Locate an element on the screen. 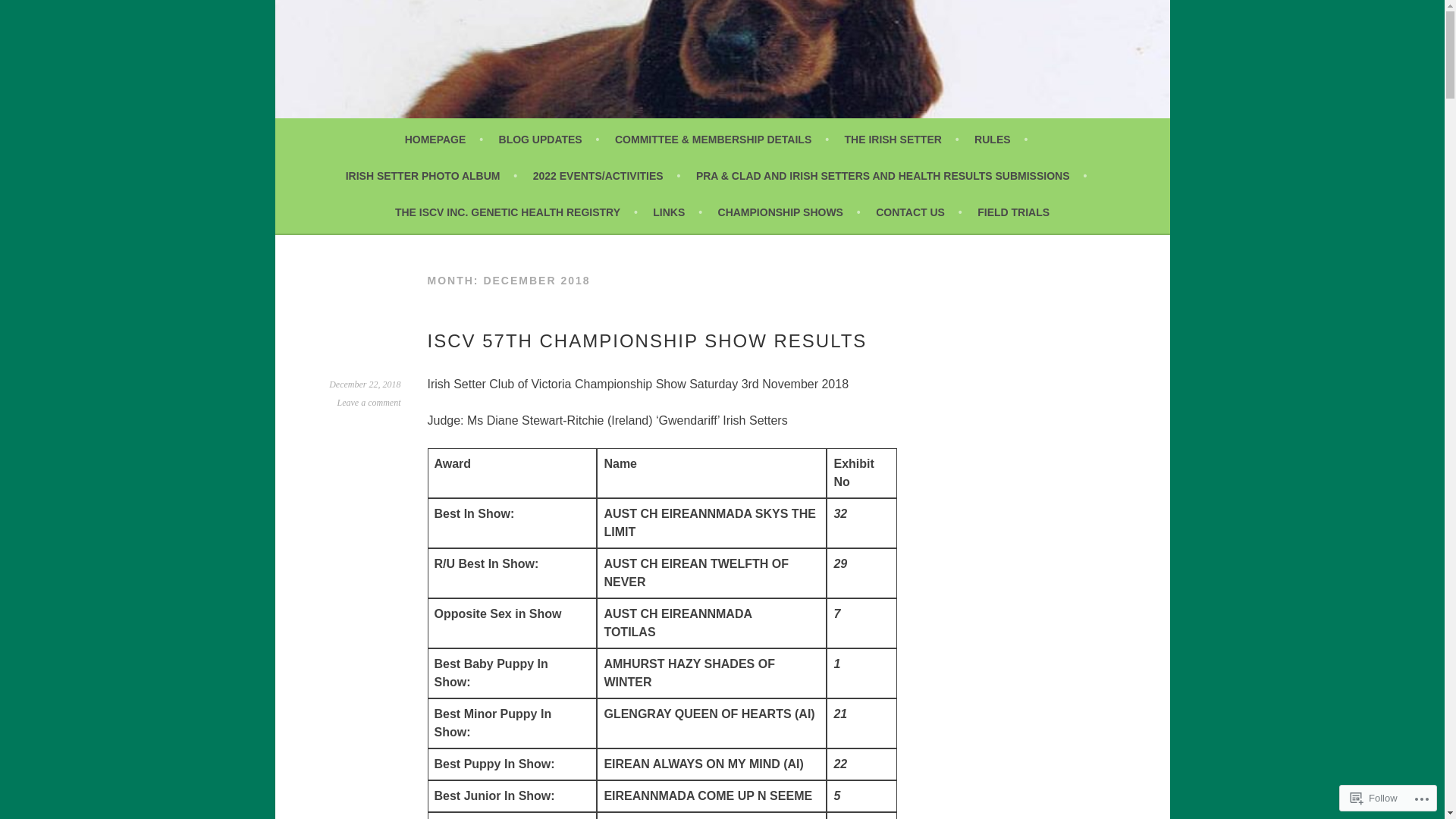 Image resolution: width=1456 pixels, height=819 pixels. 'LINKS' is located at coordinates (676, 212).